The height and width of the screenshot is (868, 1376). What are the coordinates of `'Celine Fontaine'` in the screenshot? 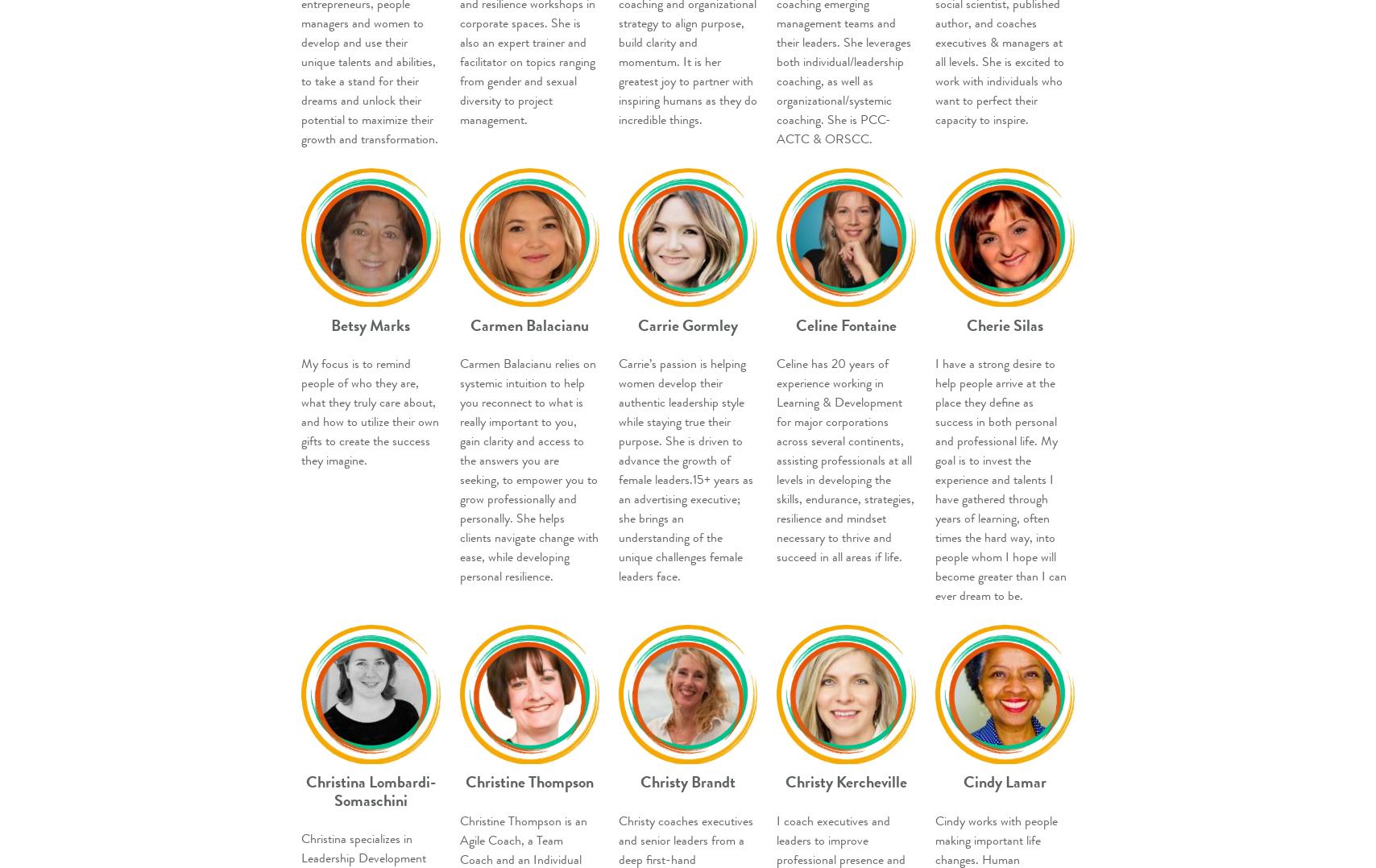 It's located at (796, 324).